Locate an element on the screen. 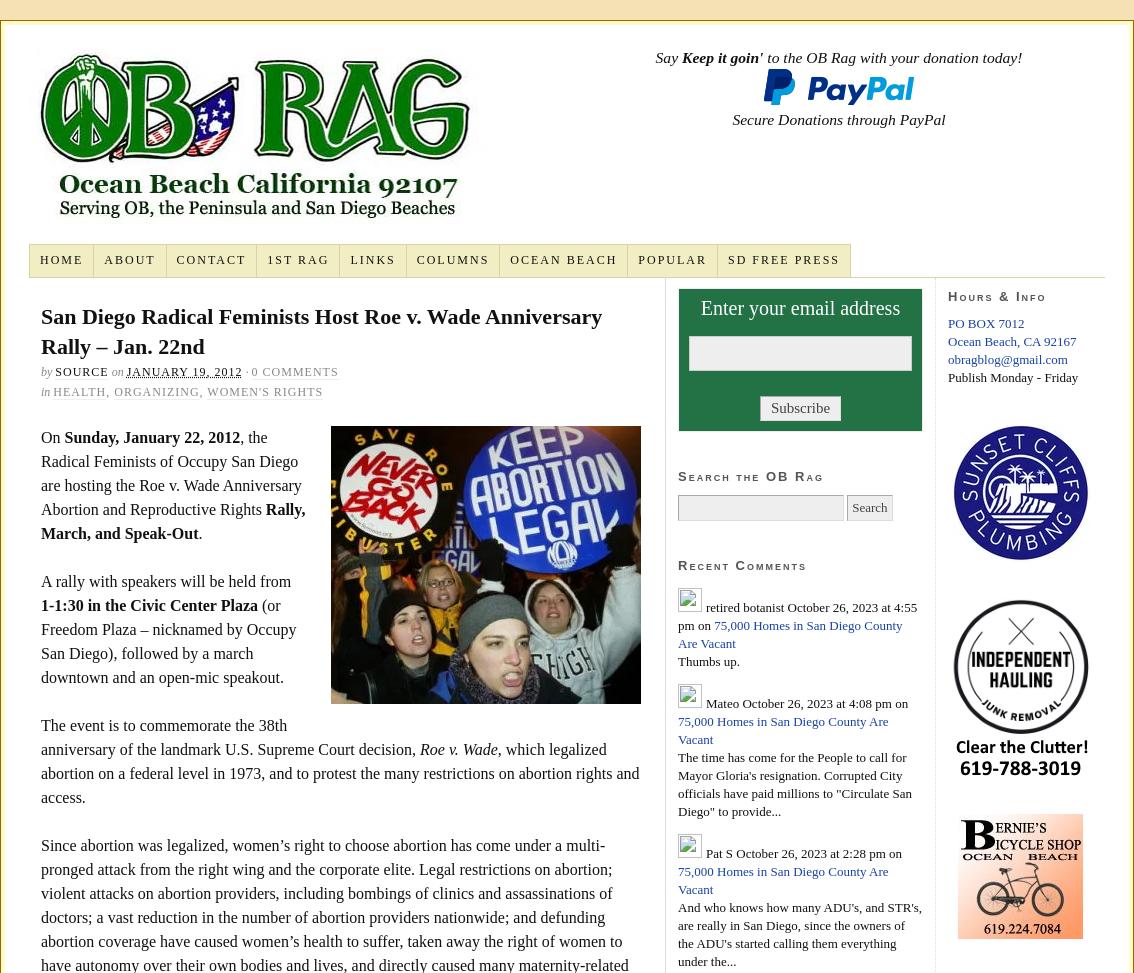 The height and width of the screenshot is (973, 1134). '1-1:30 in the Civic Center Plaza' is located at coordinates (149, 604).